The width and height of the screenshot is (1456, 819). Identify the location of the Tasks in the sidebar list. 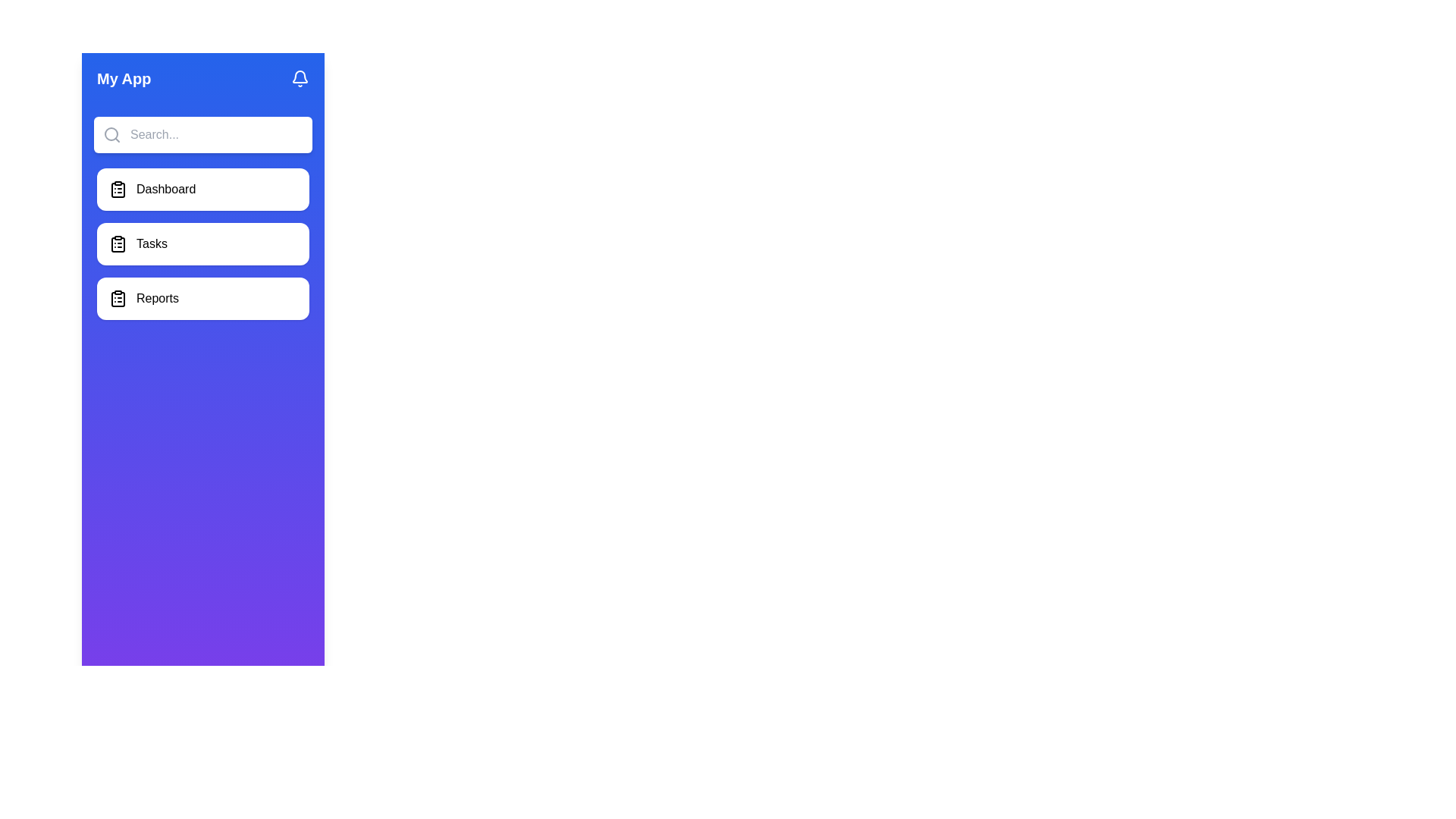
(202, 243).